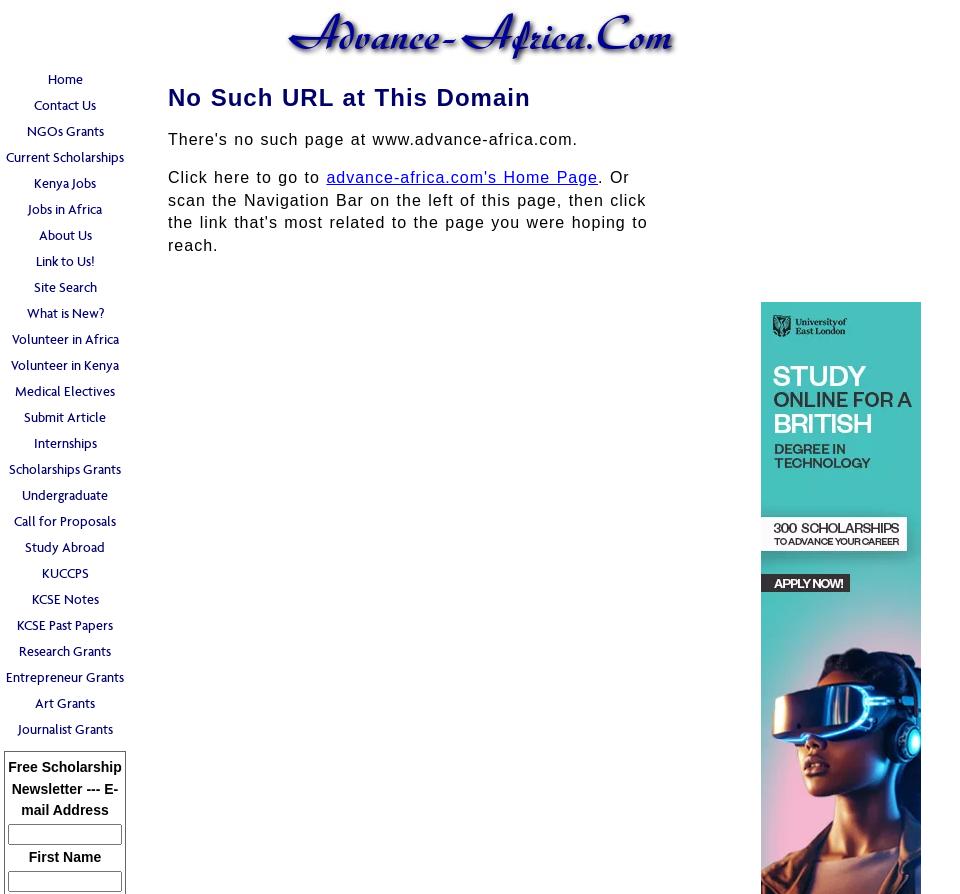 This screenshot has height=894, width=960. Describe the element at coordinates (64, 855) in the screenshot. I see `'First Name'` at that location.